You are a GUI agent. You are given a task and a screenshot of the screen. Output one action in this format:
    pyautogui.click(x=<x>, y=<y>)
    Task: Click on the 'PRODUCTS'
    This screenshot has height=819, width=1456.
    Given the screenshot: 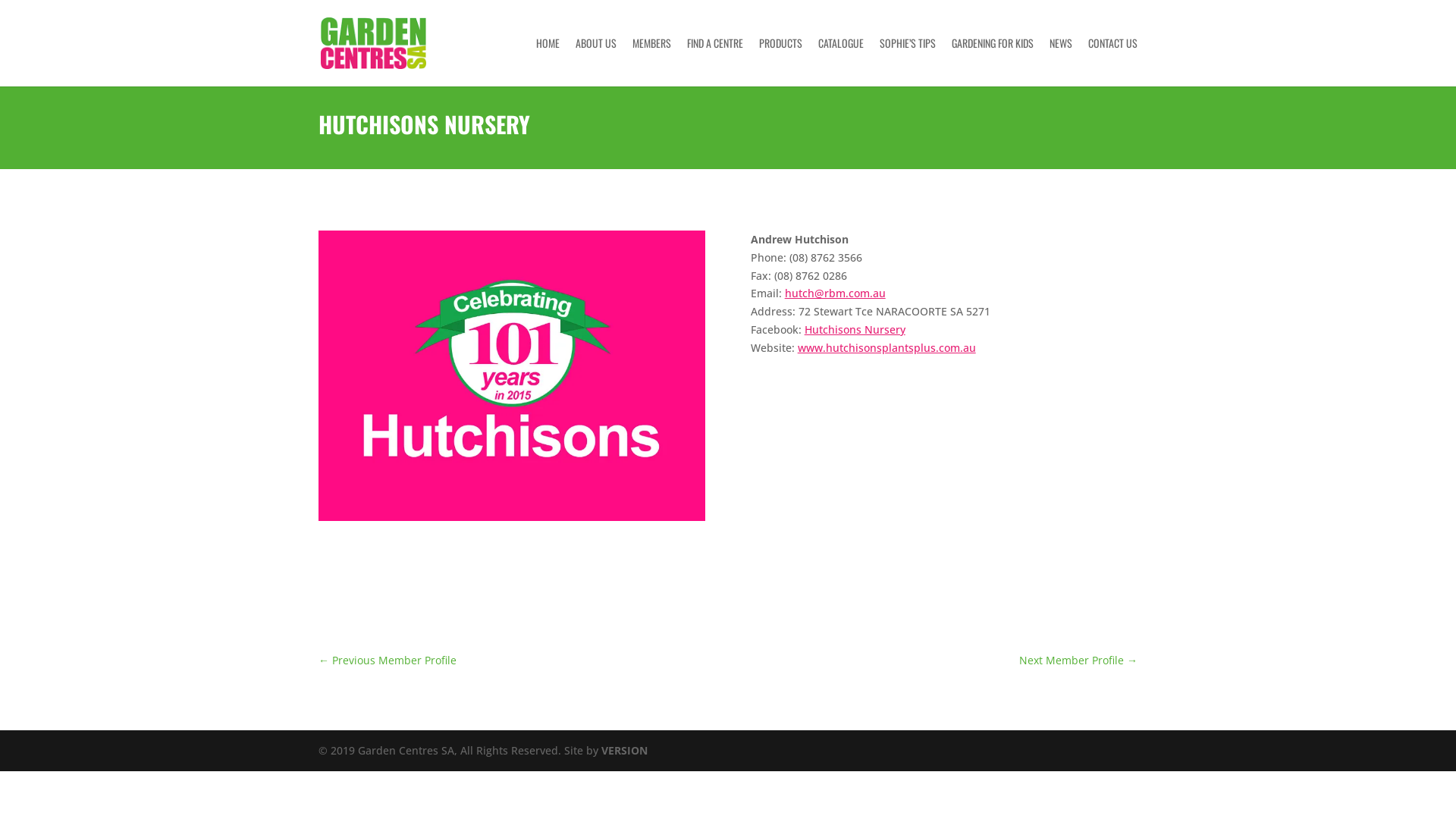 What is the action you would take?
    pyautogui.click(x=780, y=61)
    